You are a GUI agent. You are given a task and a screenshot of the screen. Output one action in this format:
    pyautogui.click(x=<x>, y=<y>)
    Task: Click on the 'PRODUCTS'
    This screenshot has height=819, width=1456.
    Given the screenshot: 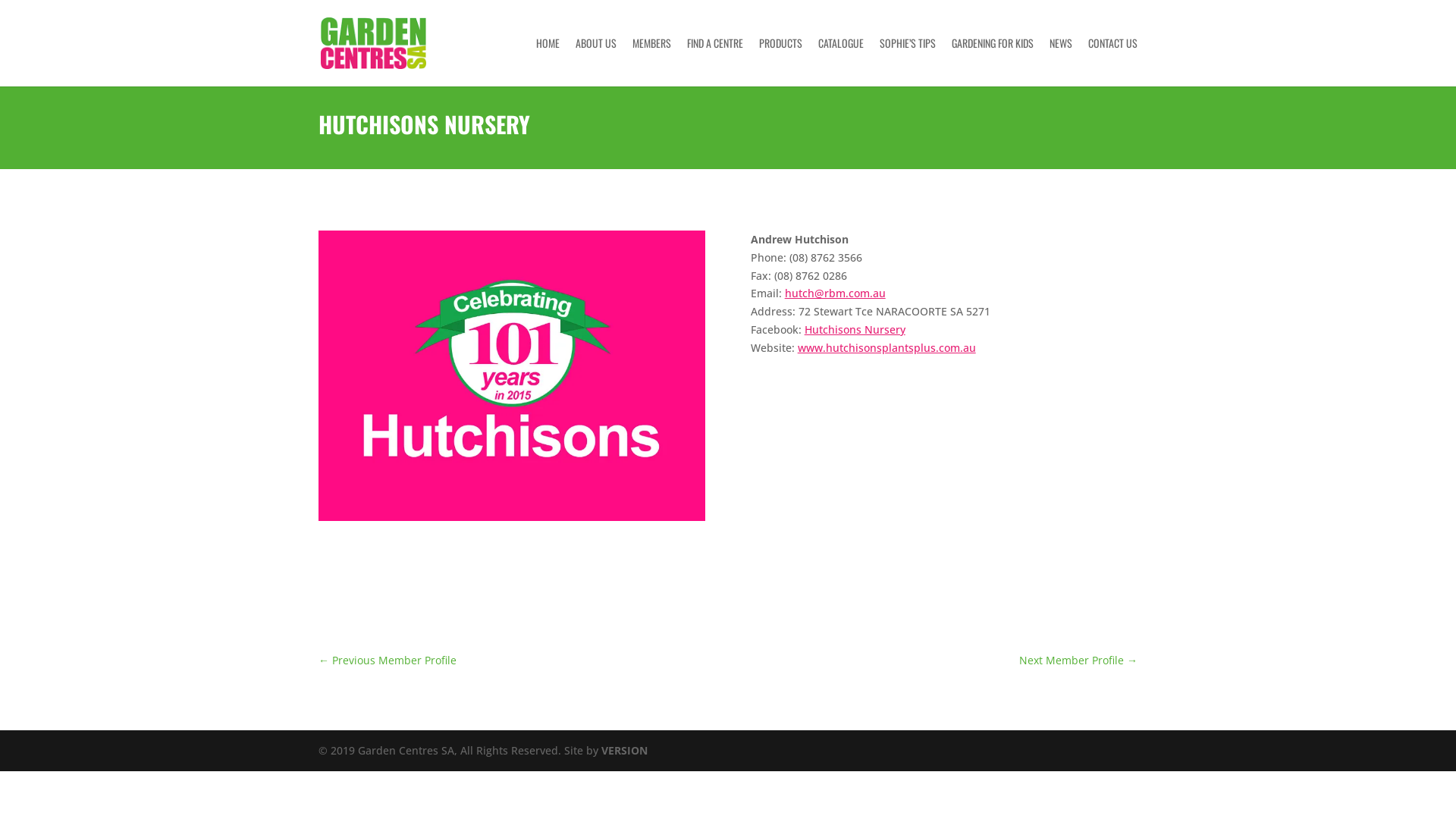 What is the action you would take?
    pyautogui.click(x=780, y=61)
    